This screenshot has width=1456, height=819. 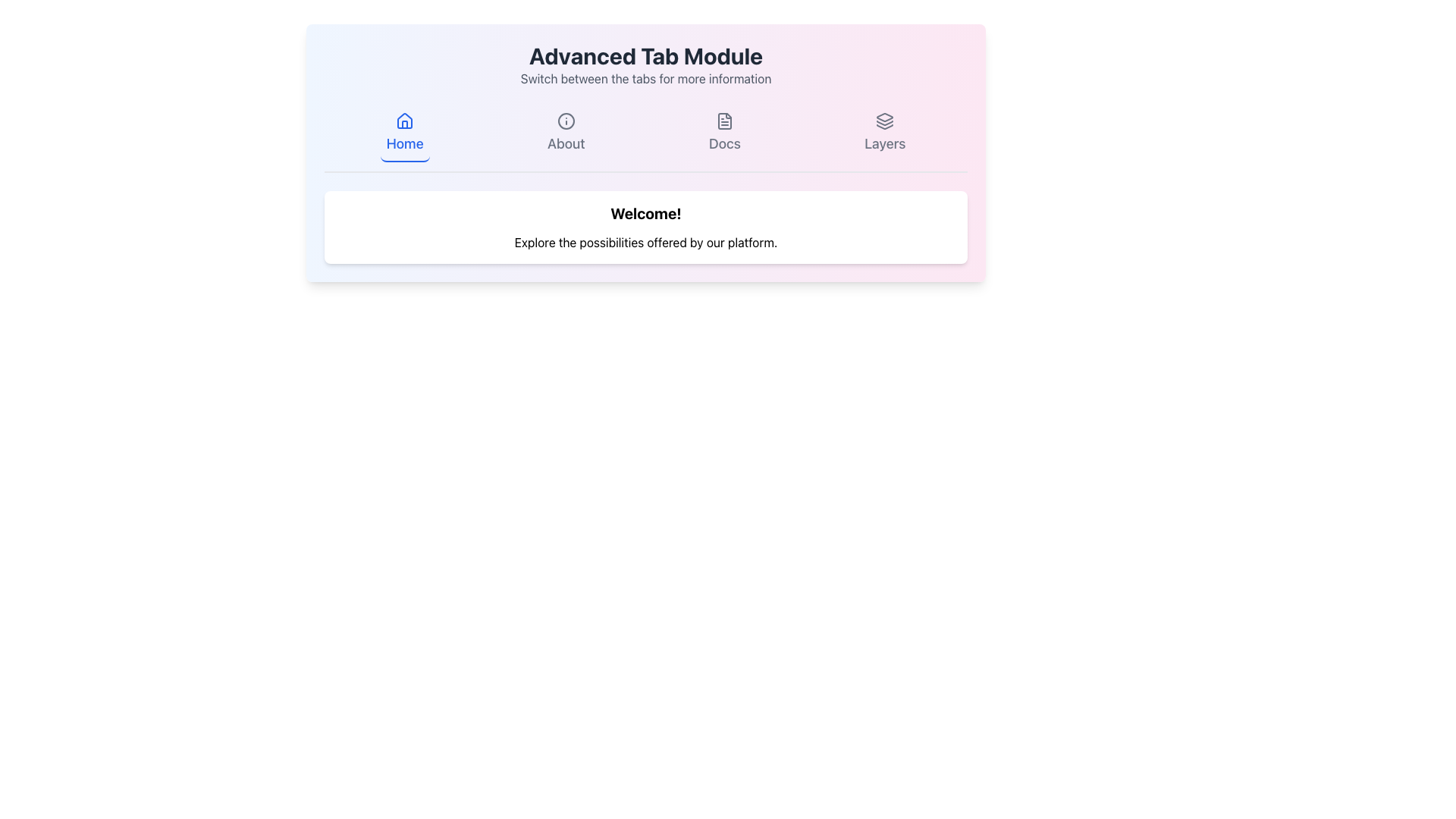 I want to click on the 'Docs' label in the navigation section, which is centrally positioned between 'About' and 'Layers' under the 'Advanced Tab Module', so click(x=723, y=143).